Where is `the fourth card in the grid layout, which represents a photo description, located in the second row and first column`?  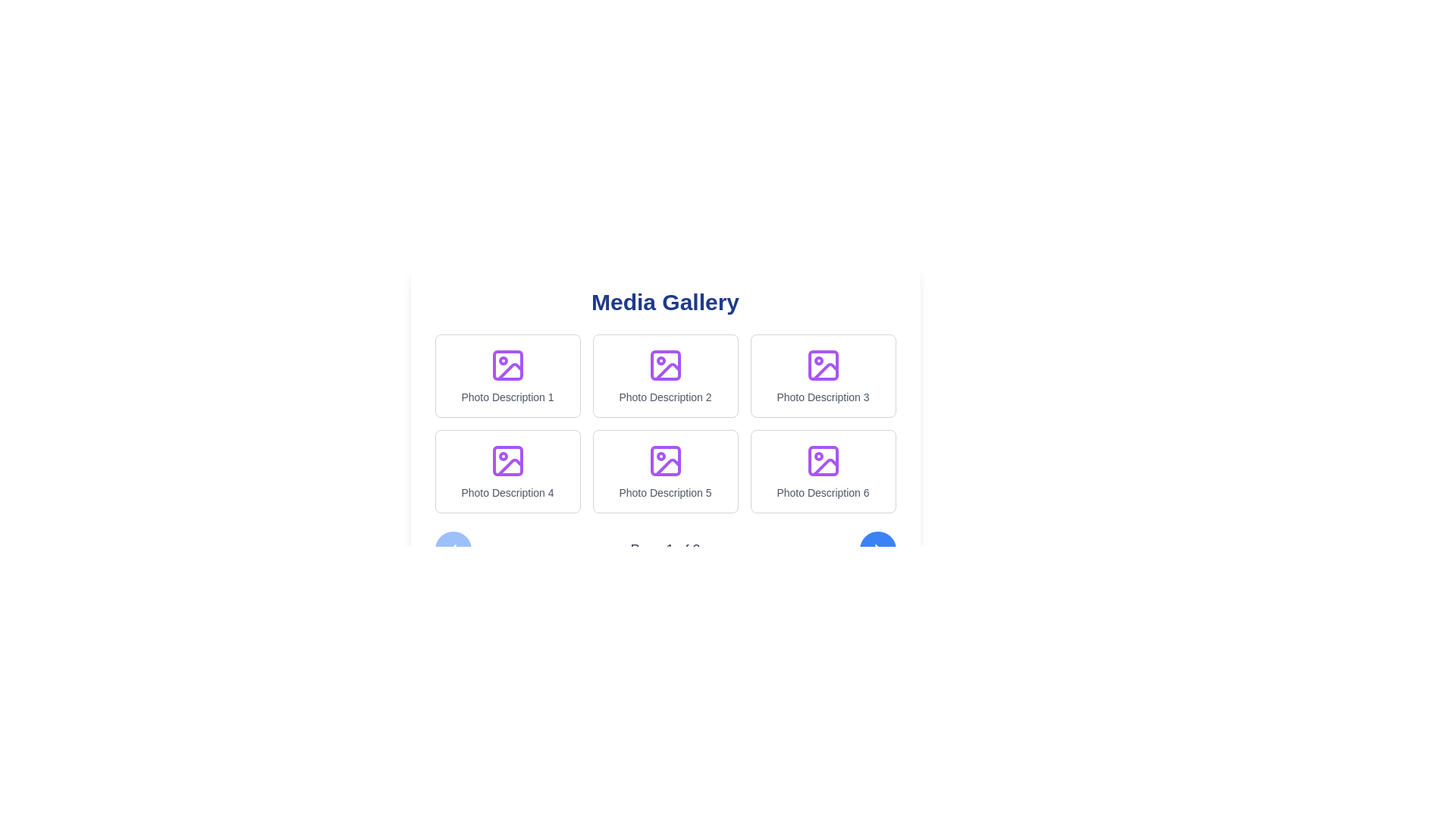 the fourth card in the grid layout, which represents a photo description, located in the second row and first column is located at coordinates (507, 470).